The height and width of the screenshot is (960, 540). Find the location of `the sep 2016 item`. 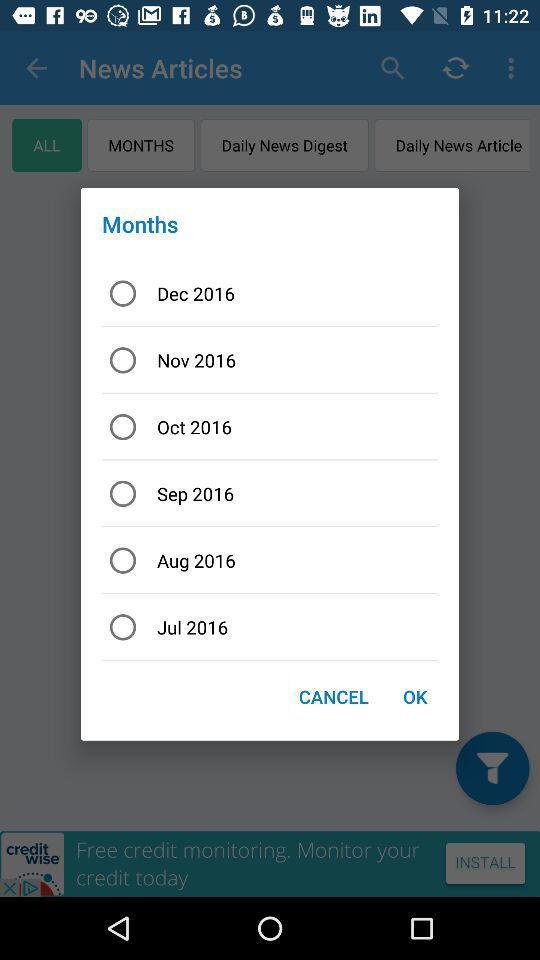

the sep 2016 item is located at coordinates (270, 492).